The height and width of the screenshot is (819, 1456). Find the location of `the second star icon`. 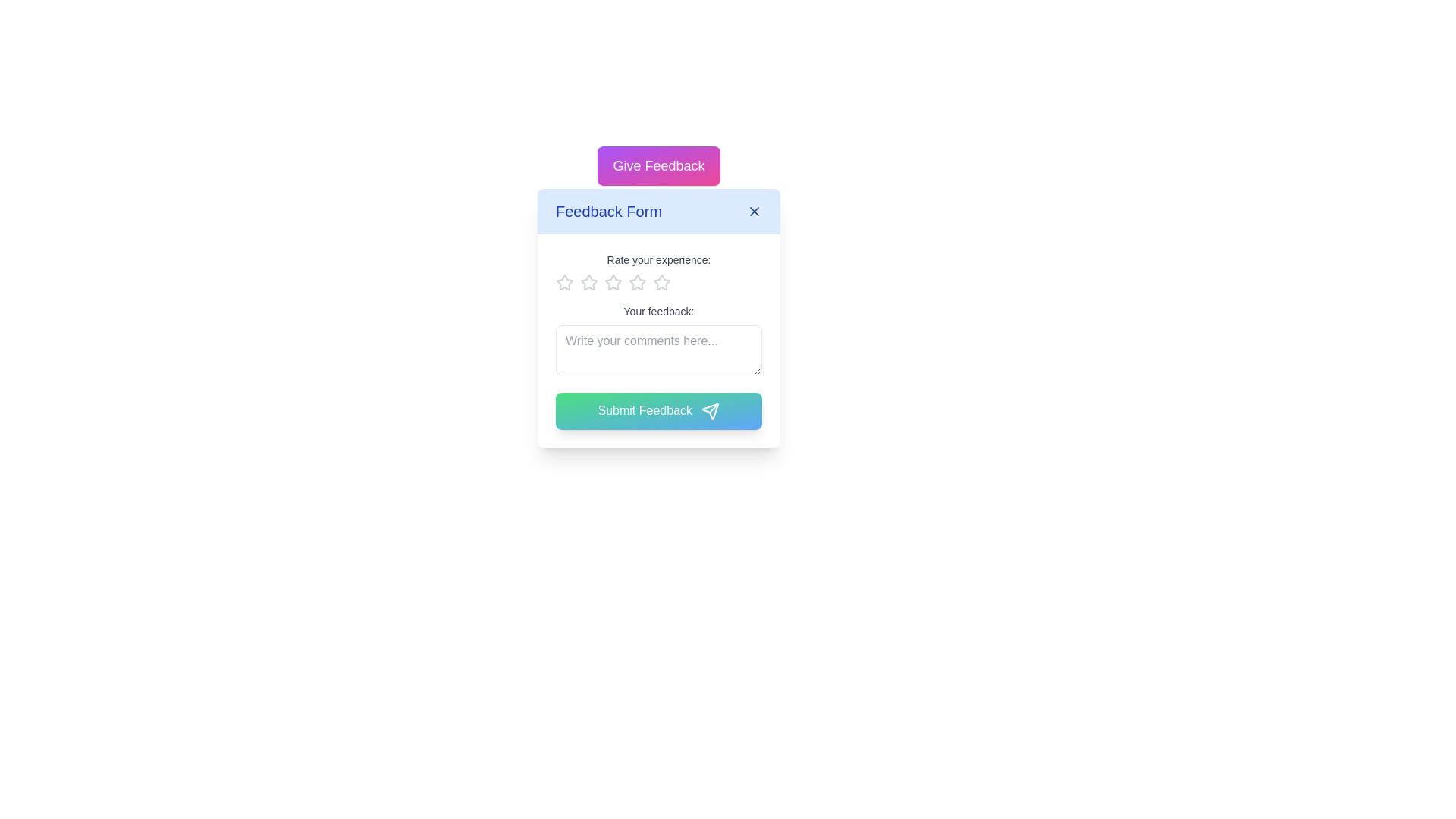

the second star icon is located at coordinates (613, 282).